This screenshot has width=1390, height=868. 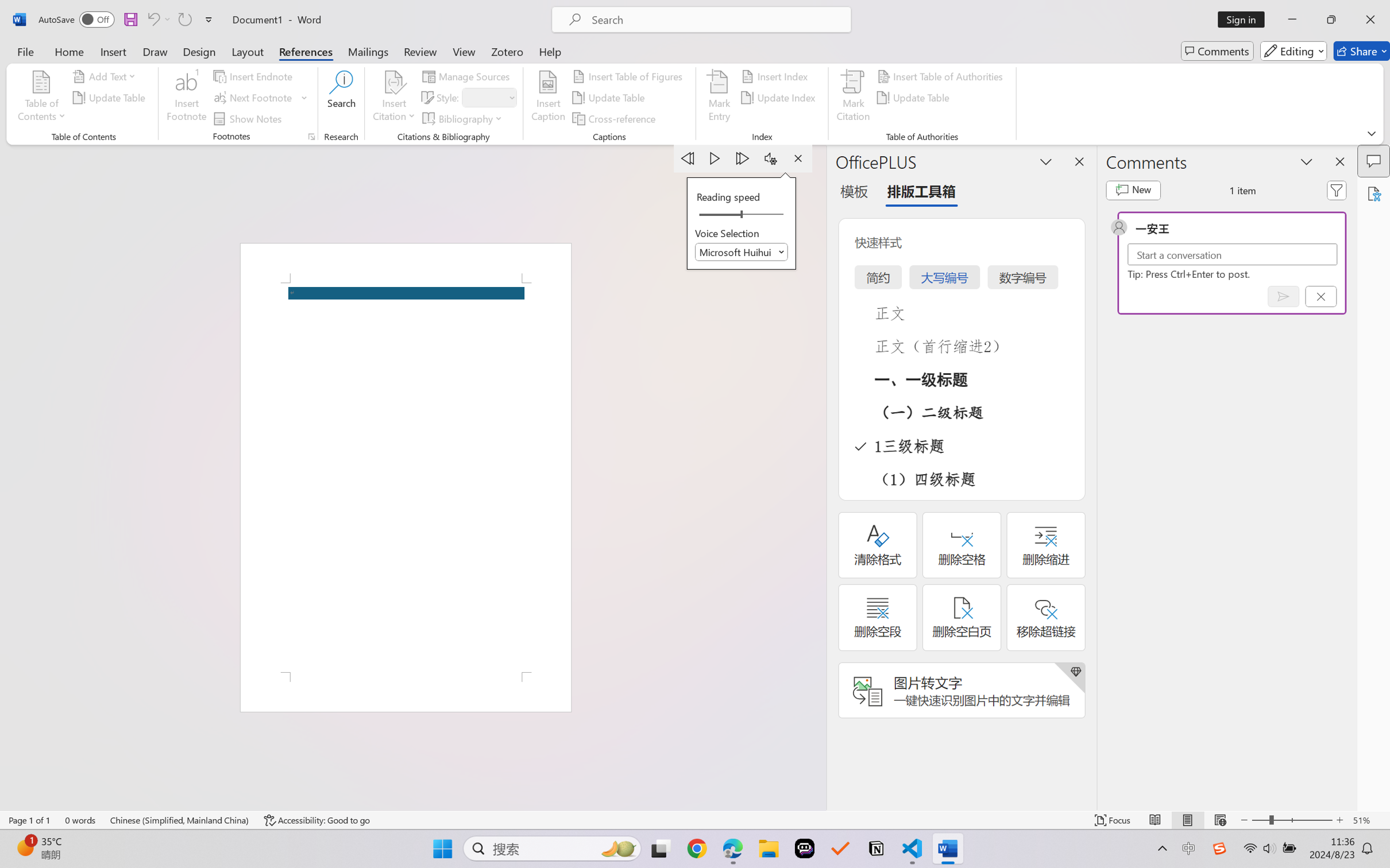 What do you see at coordinates (489, 98) in the screenshot?
I see `'Style'` at bounding box center [489, 98].